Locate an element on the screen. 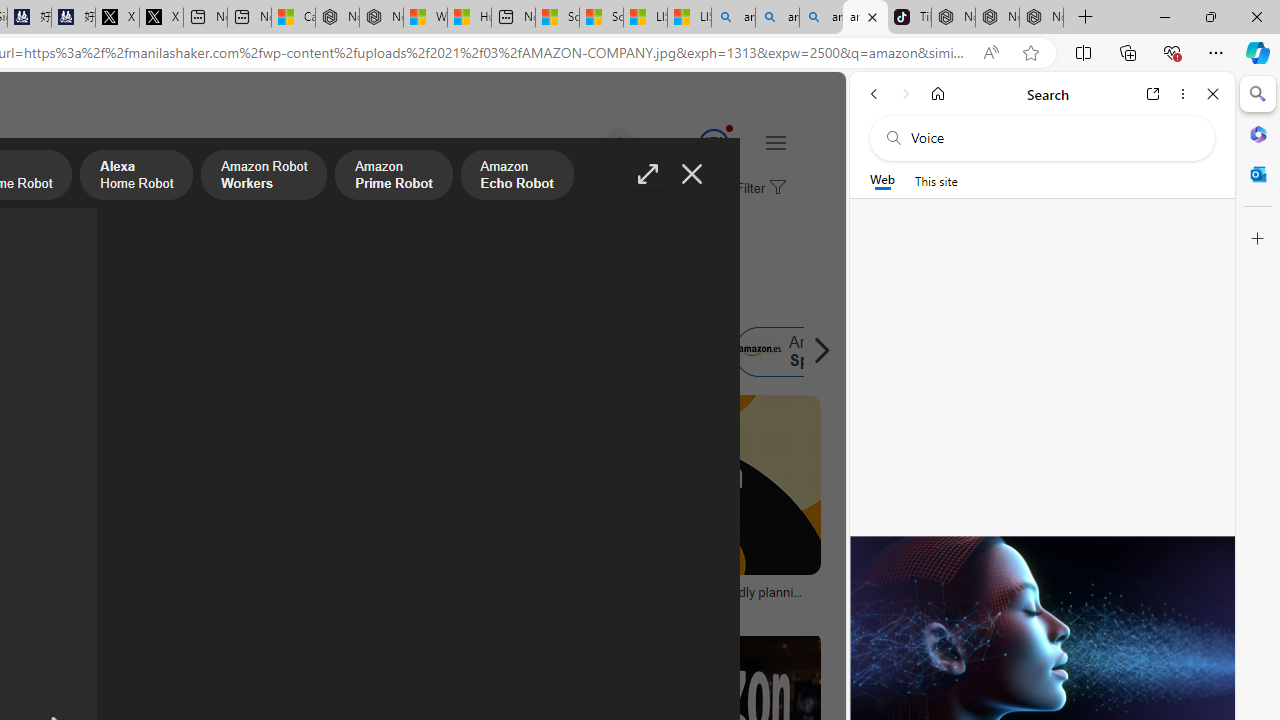  'Amazon Shoes' is located at coordinates (659, 351).